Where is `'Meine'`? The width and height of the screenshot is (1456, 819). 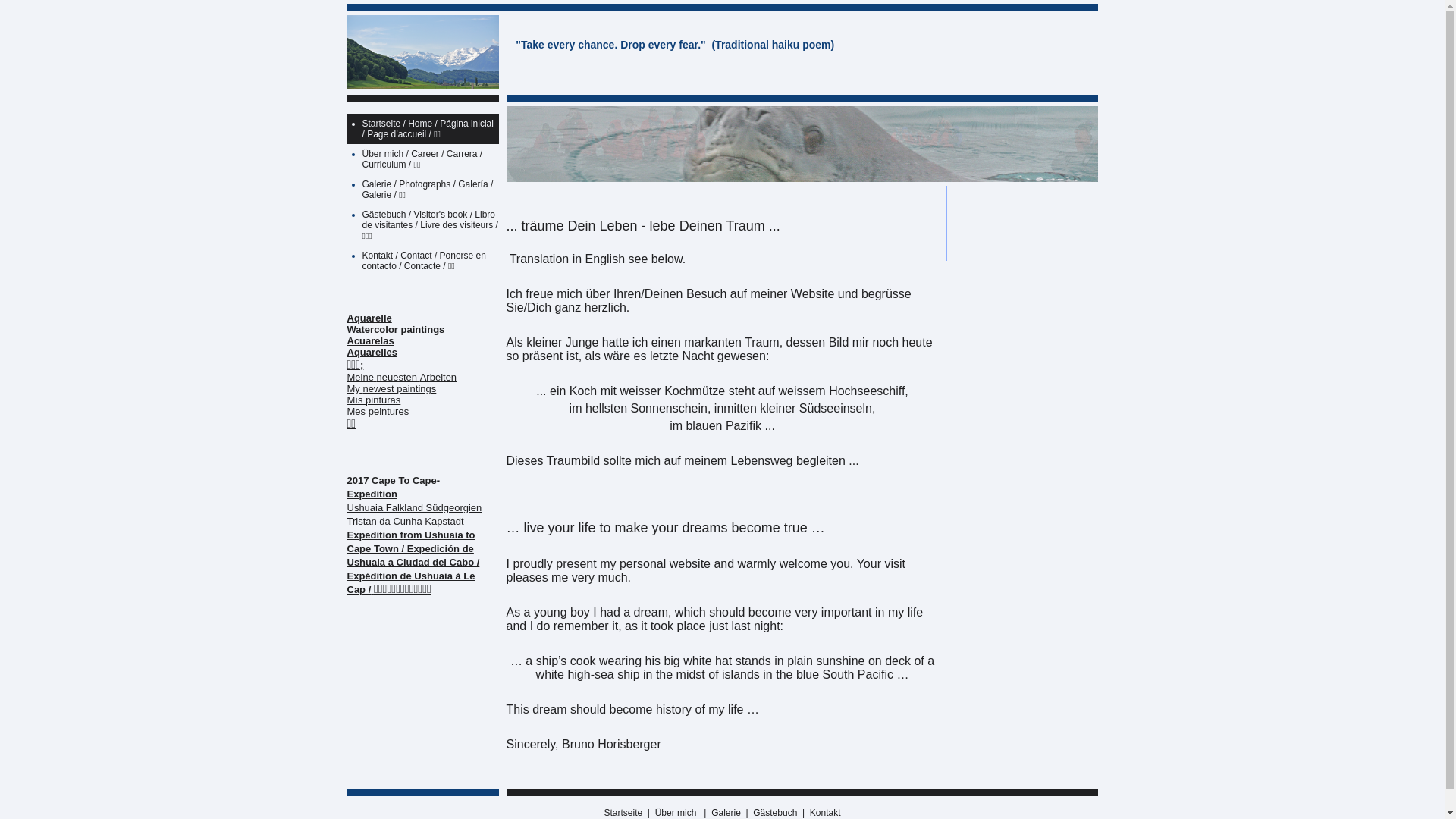 'Meine' is located at coordinates (359, 376).